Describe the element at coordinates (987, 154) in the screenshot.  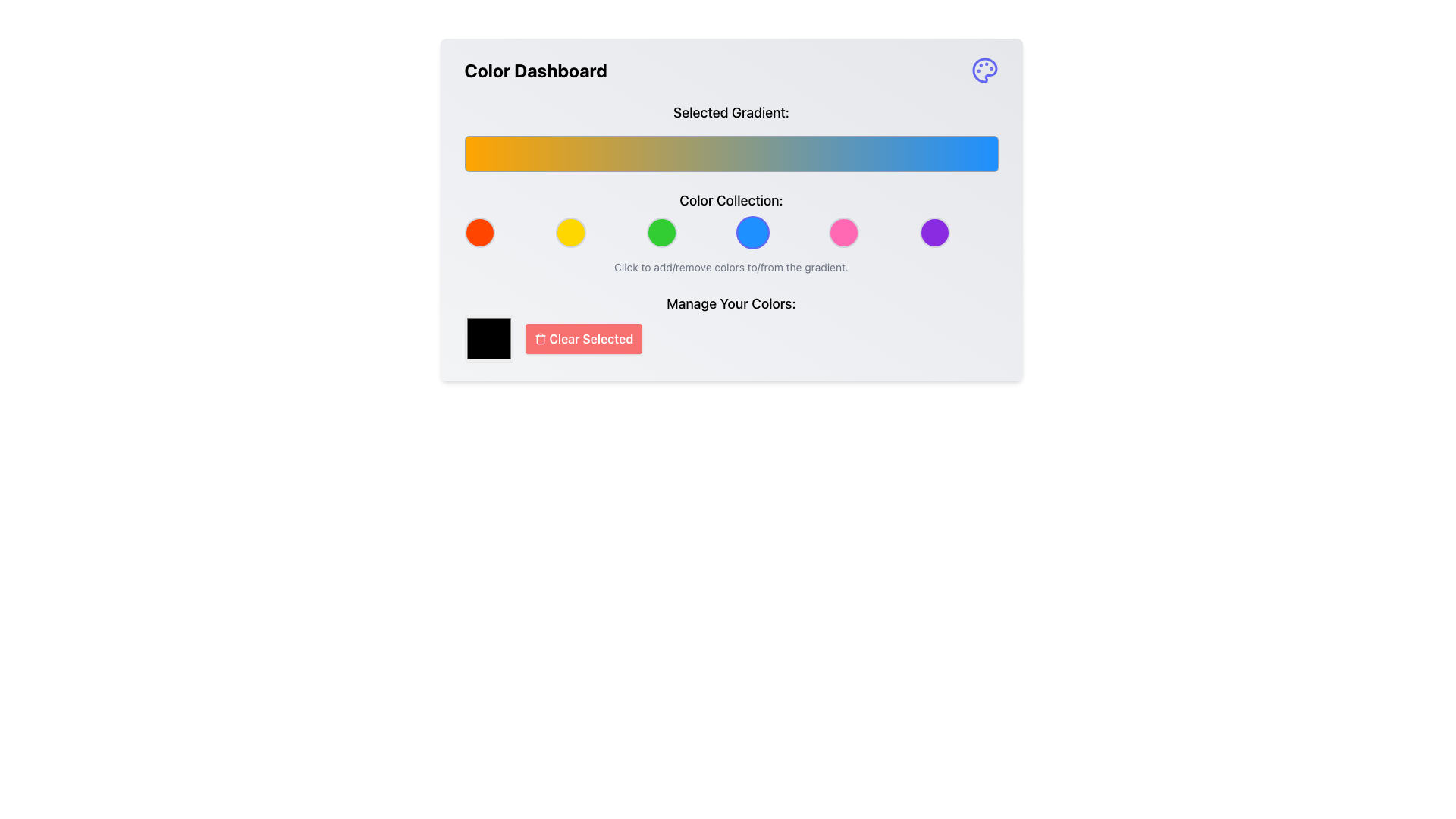
I see `the gradient selection` at that location.